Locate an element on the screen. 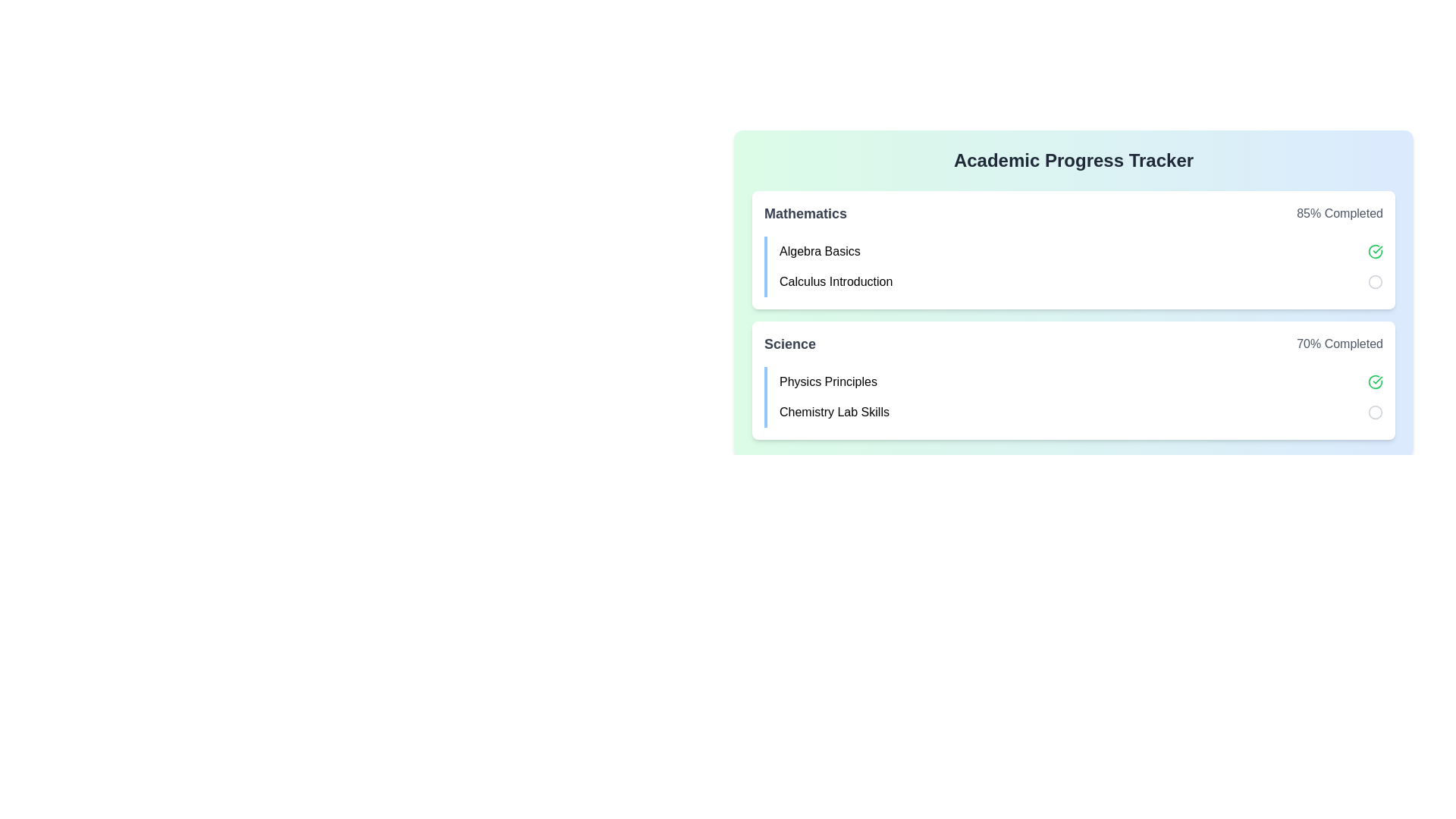  keyboard navigation is located at coordinates (1376, 381).